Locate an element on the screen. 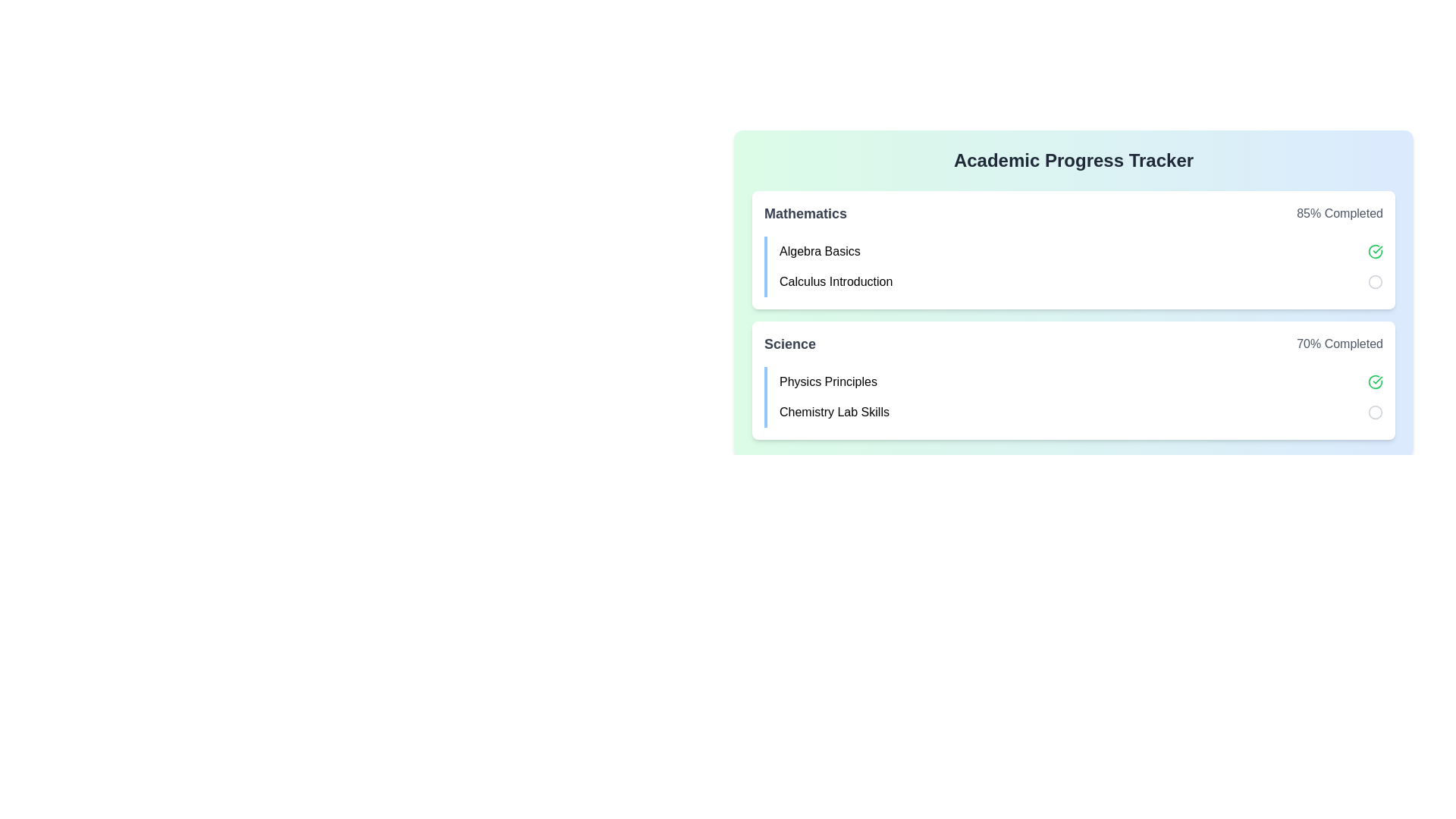  keyboard navigation is located at coordinates (1376, 381).